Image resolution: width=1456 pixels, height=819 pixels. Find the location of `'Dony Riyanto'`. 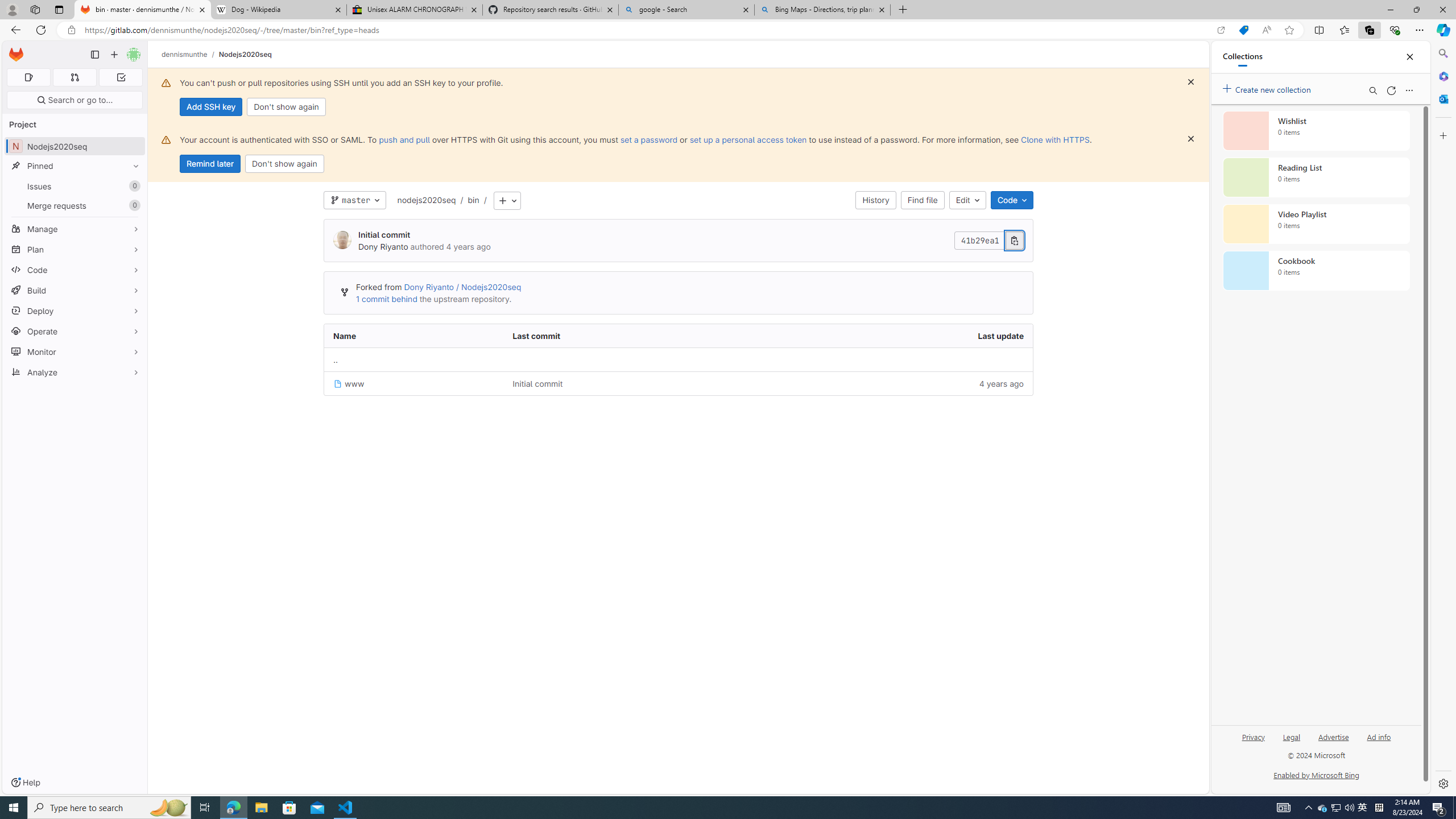

'Dony Riyanto' is located at coordinates (382, 246).